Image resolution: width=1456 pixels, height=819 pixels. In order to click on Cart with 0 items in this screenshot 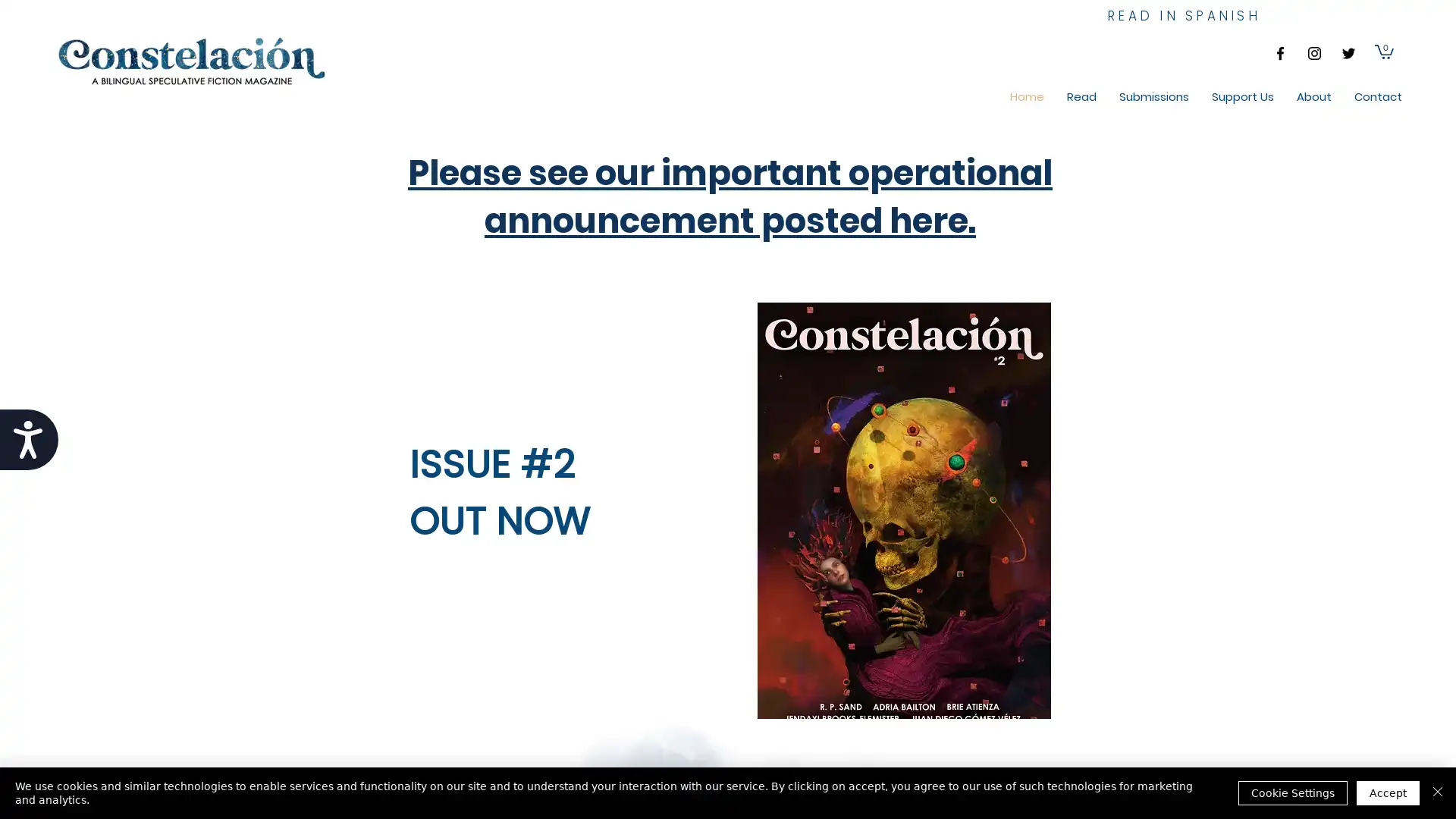, I will do `click(1384, 49)`.